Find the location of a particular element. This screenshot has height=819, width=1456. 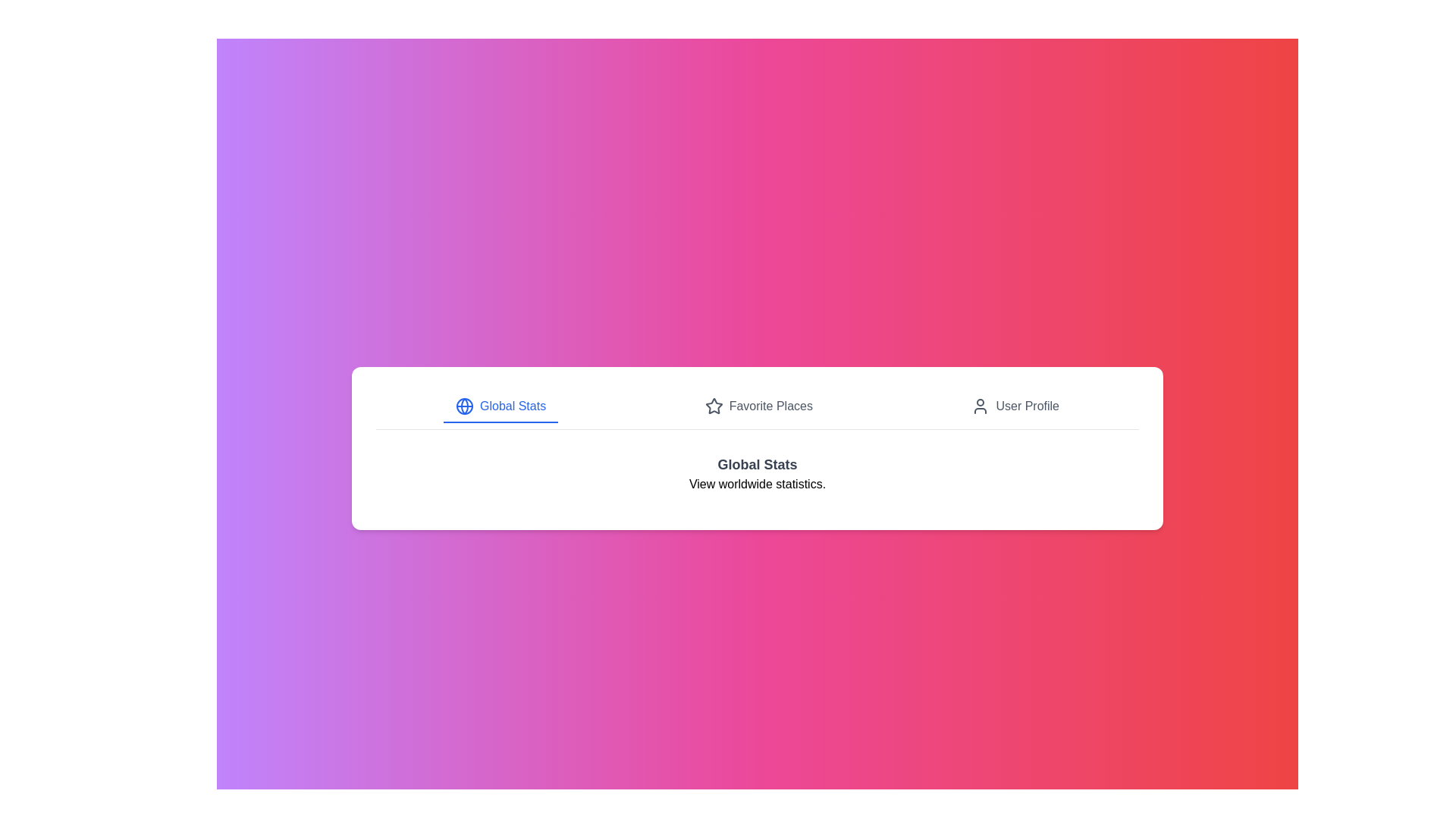

the 'Favorite Places' text label in the navigation bar is located at coordinates (770, 405).